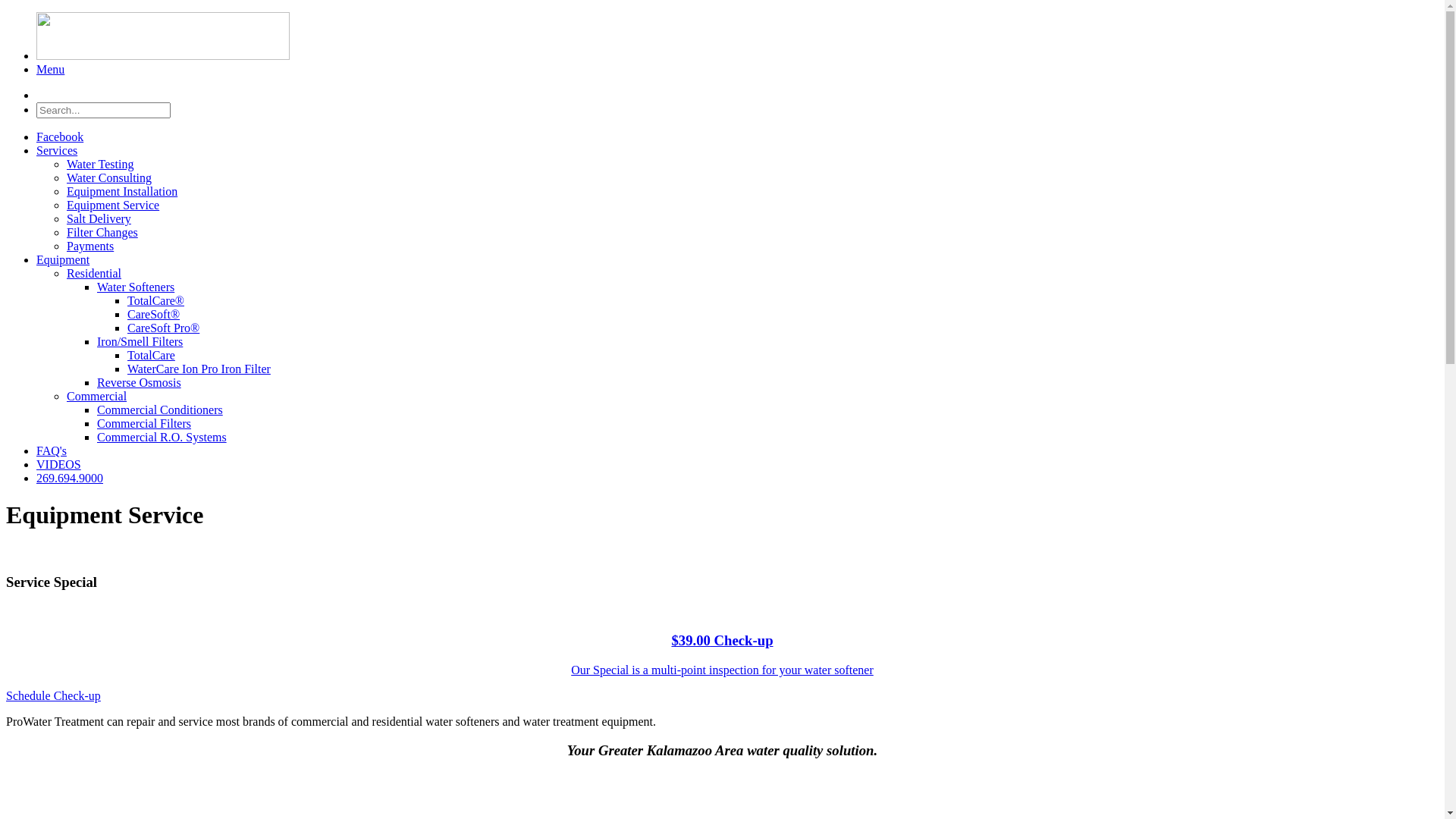  What do you see at coordinates (96, 341) in the screenshot?
I see `'Iron/Smell Filters'` at bounding box center [96, 341].